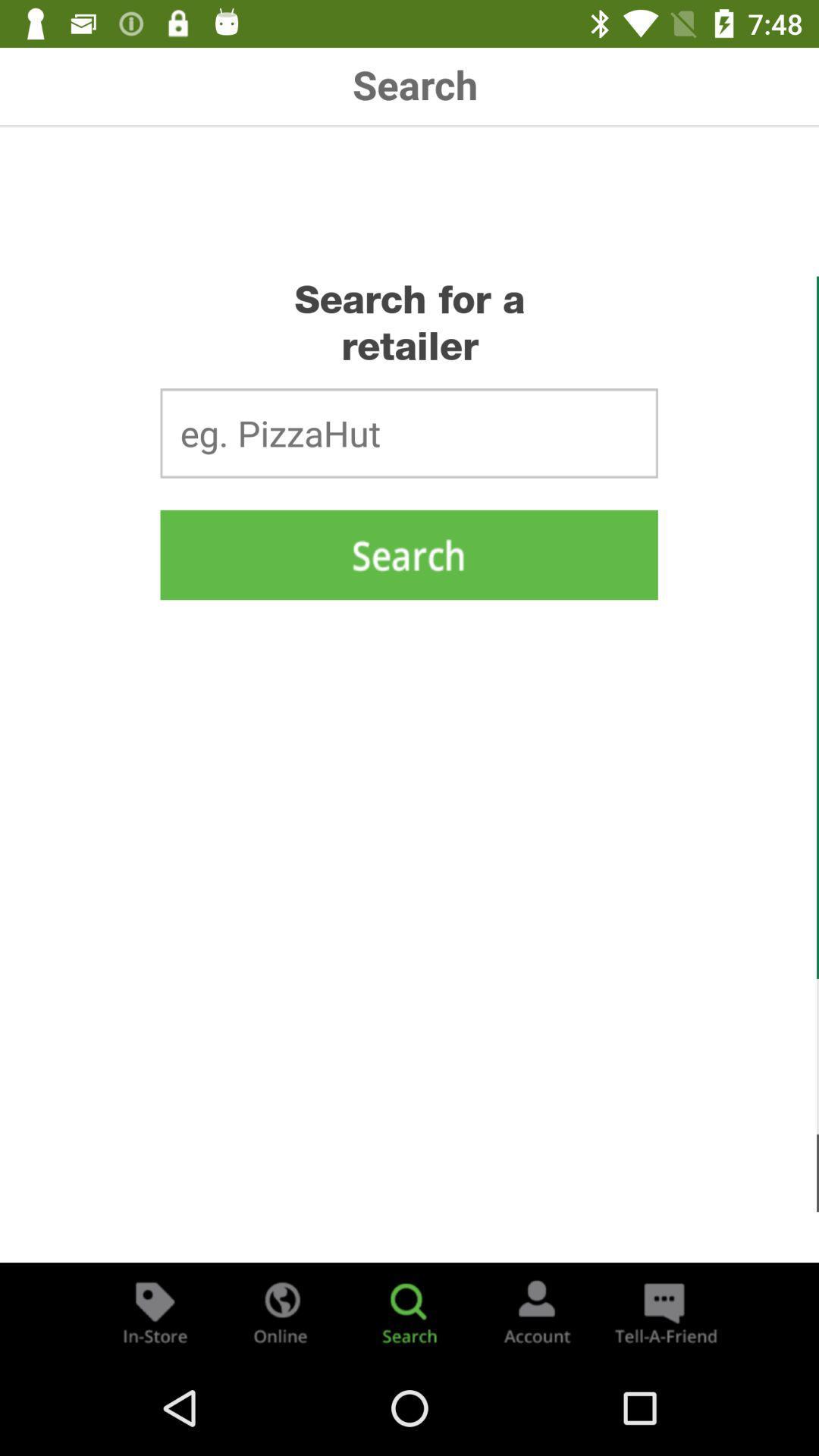 This screenshot has height=1456, width=819. What do you see at coordinates (155, 1310) in the screenshot?
I see `the label icon` at bounding box center [155, 1310].